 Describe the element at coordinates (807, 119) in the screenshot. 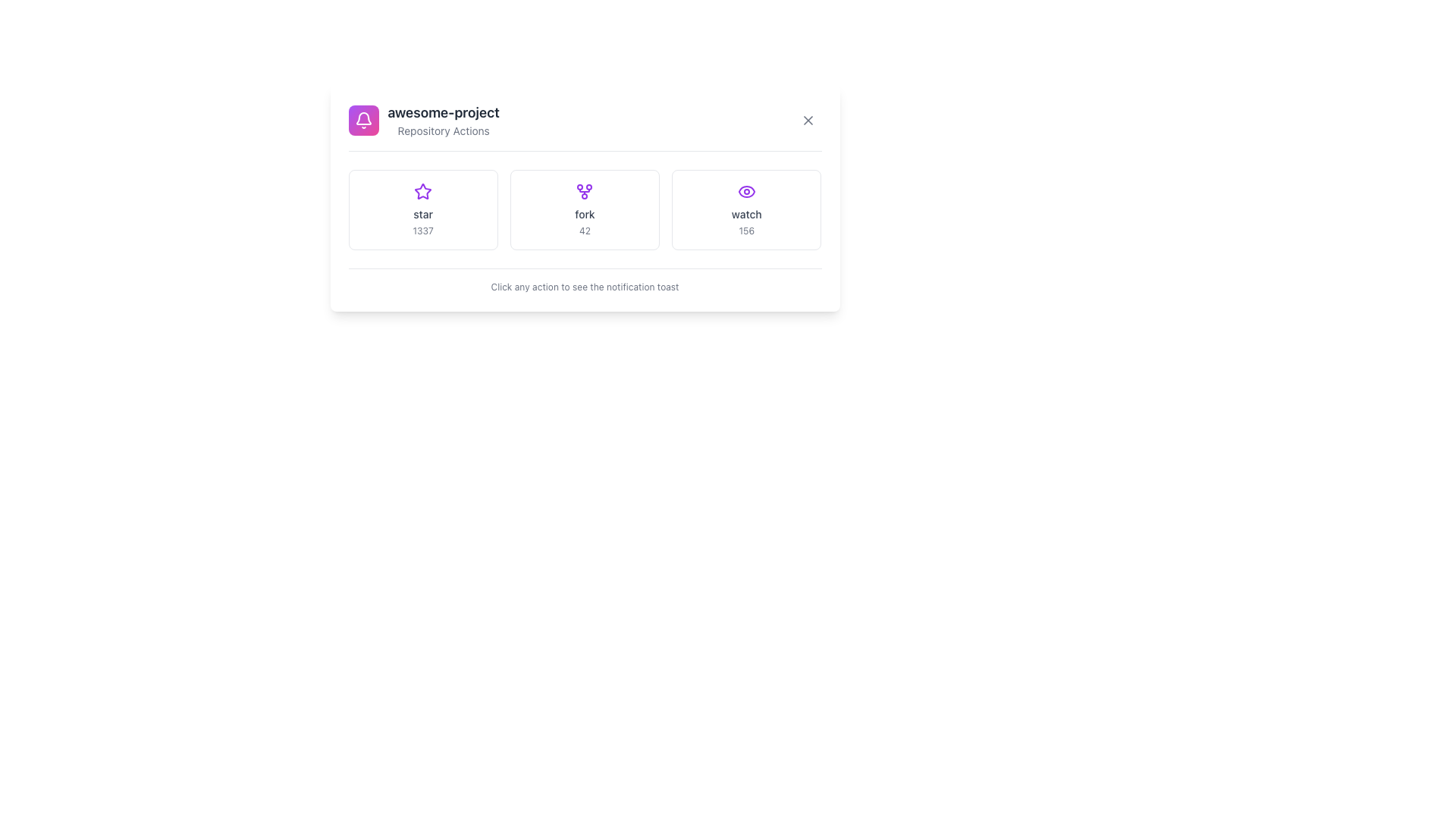

I see `the small gray cross icon located at the upper-right corner of the card panel` at that location.